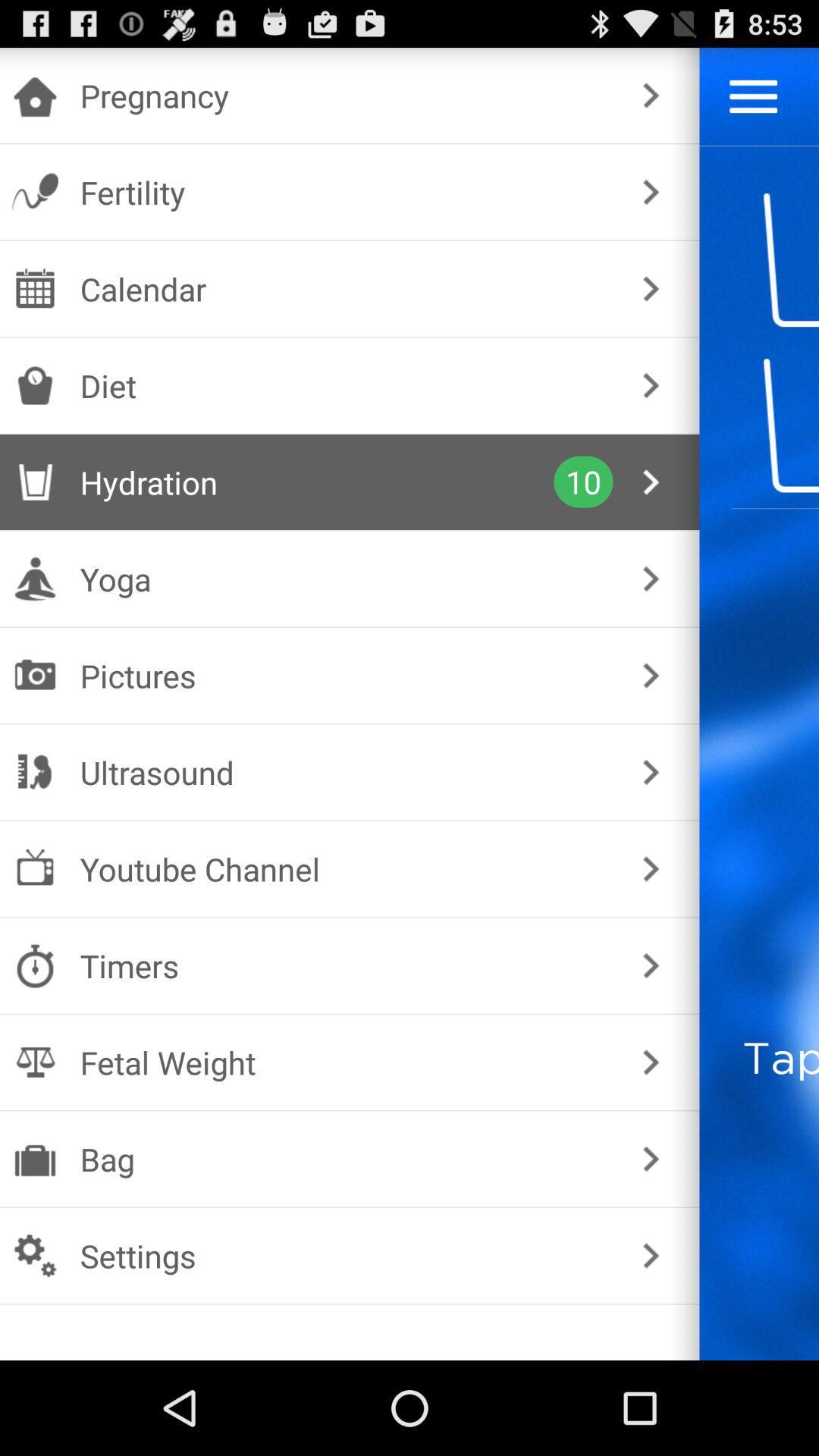 Image resolution: width=819 pixels, height=1456 pixels. What do you see at coordinates (650, 772) in the screenshot?
I see `the icon next to the ultrasound item` at bounding box center [650, 772].